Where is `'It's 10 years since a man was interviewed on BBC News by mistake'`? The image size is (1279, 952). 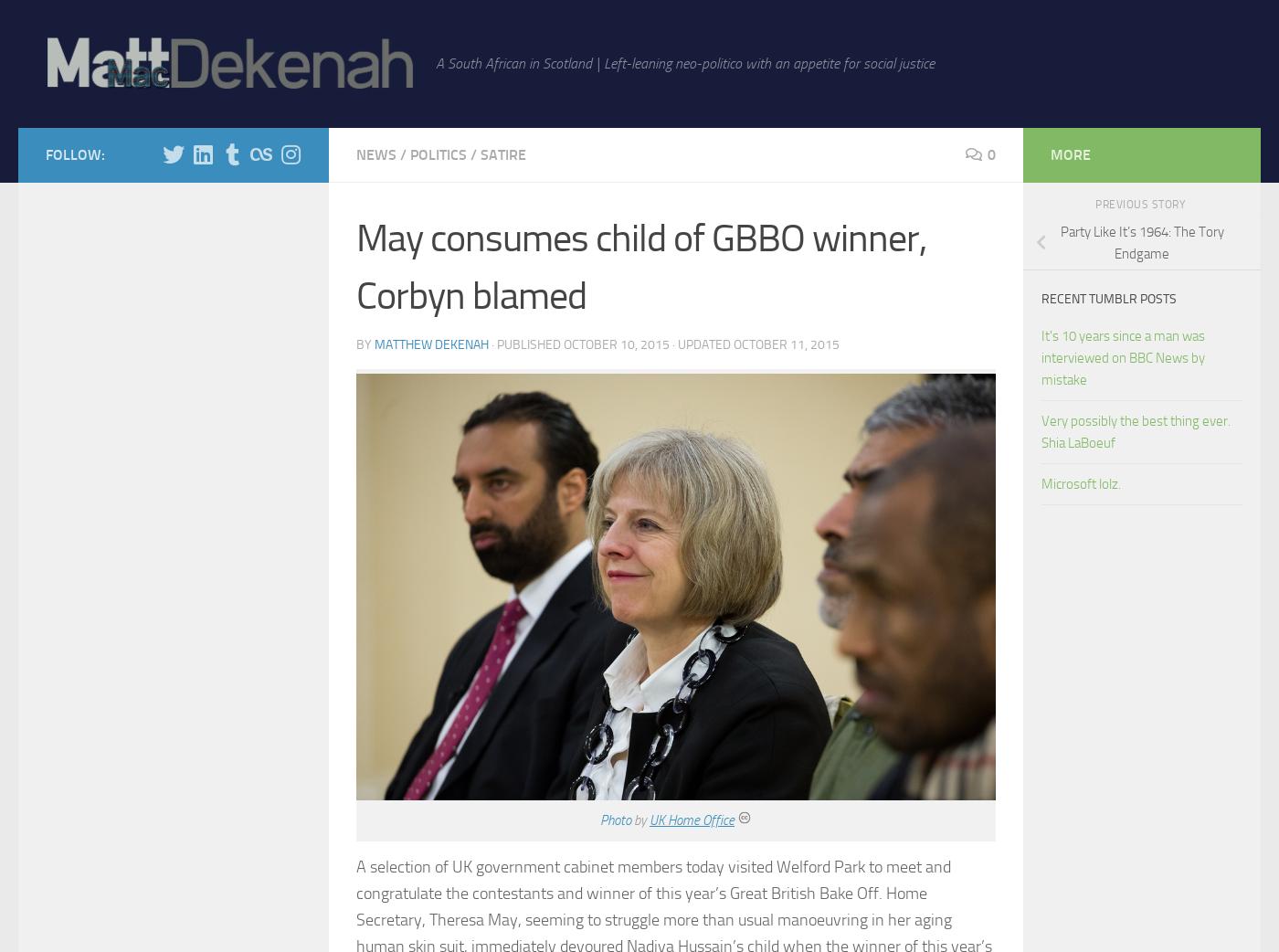
'It's 10 years since a man was interviewed on BBC News by mistake' is located at coordinates (1123, 355).